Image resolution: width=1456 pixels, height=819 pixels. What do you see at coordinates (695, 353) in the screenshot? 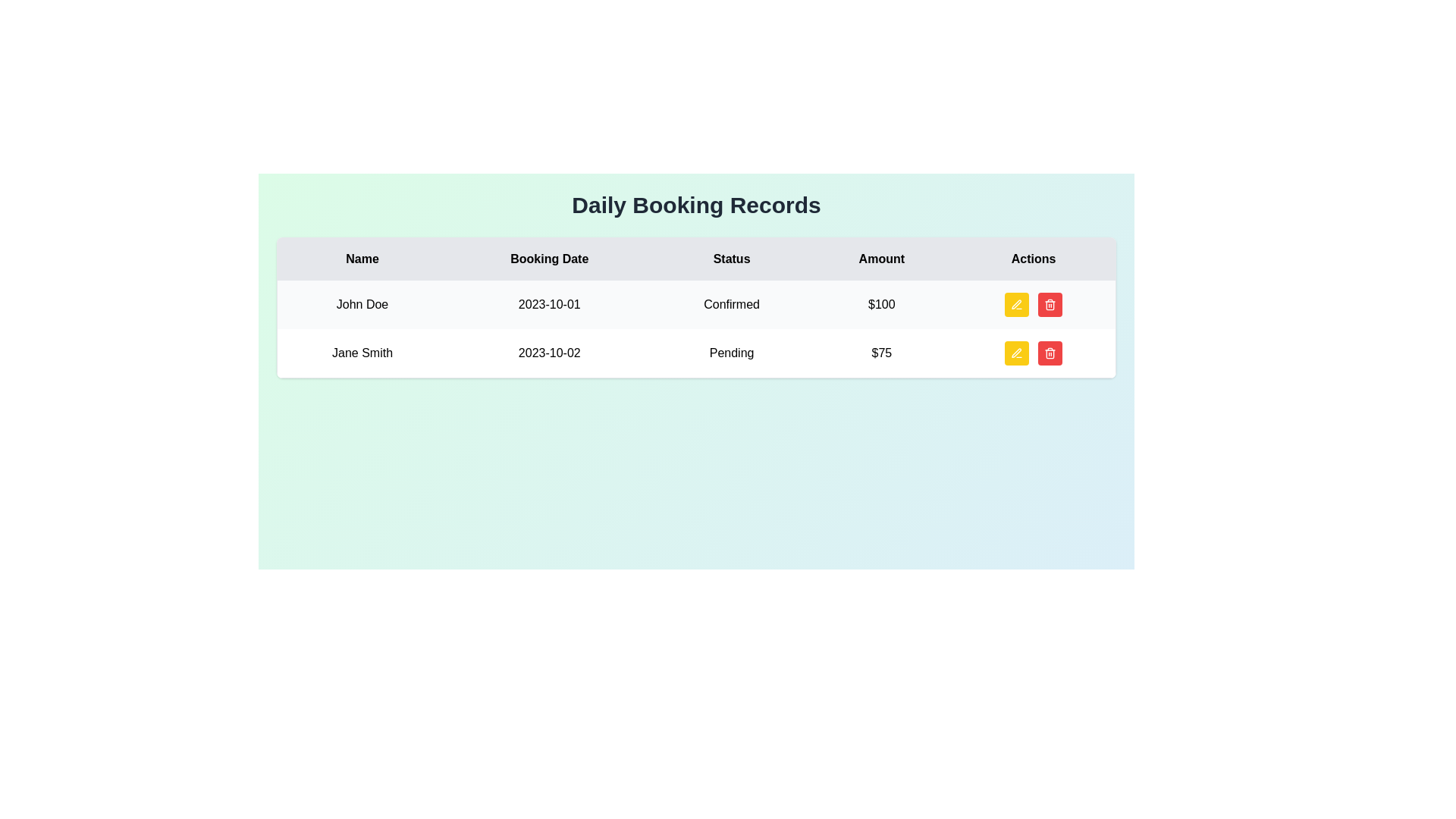
I see `to select the second row in the table containing booking record details for 'Jane Smith', with the date '2023-10-02', status 'Pending', and amount '$75'` at bounding box center [695, 353].